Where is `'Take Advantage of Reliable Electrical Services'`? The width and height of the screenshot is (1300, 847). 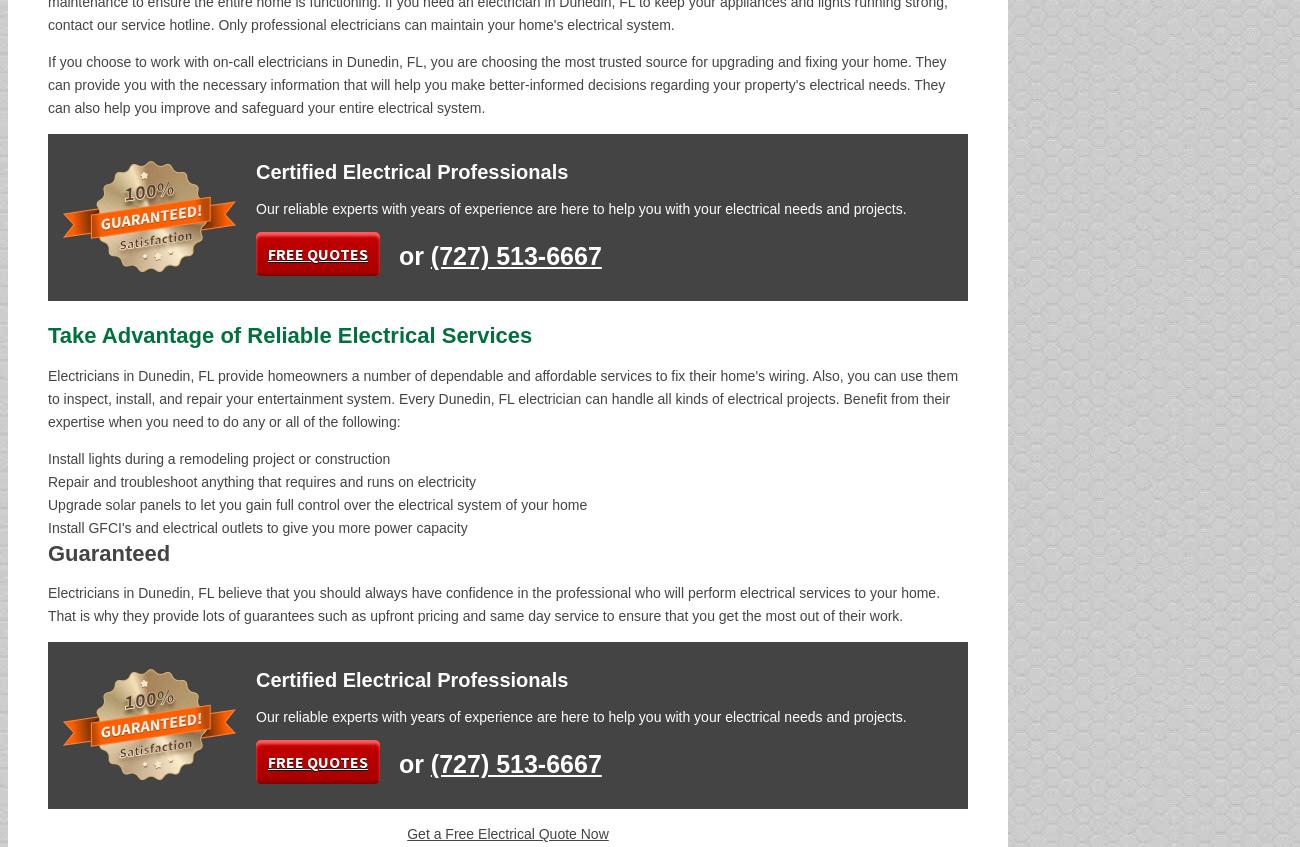 'Take Advantage of Reliable Electrical Services' is located at coordinates (290, 335).